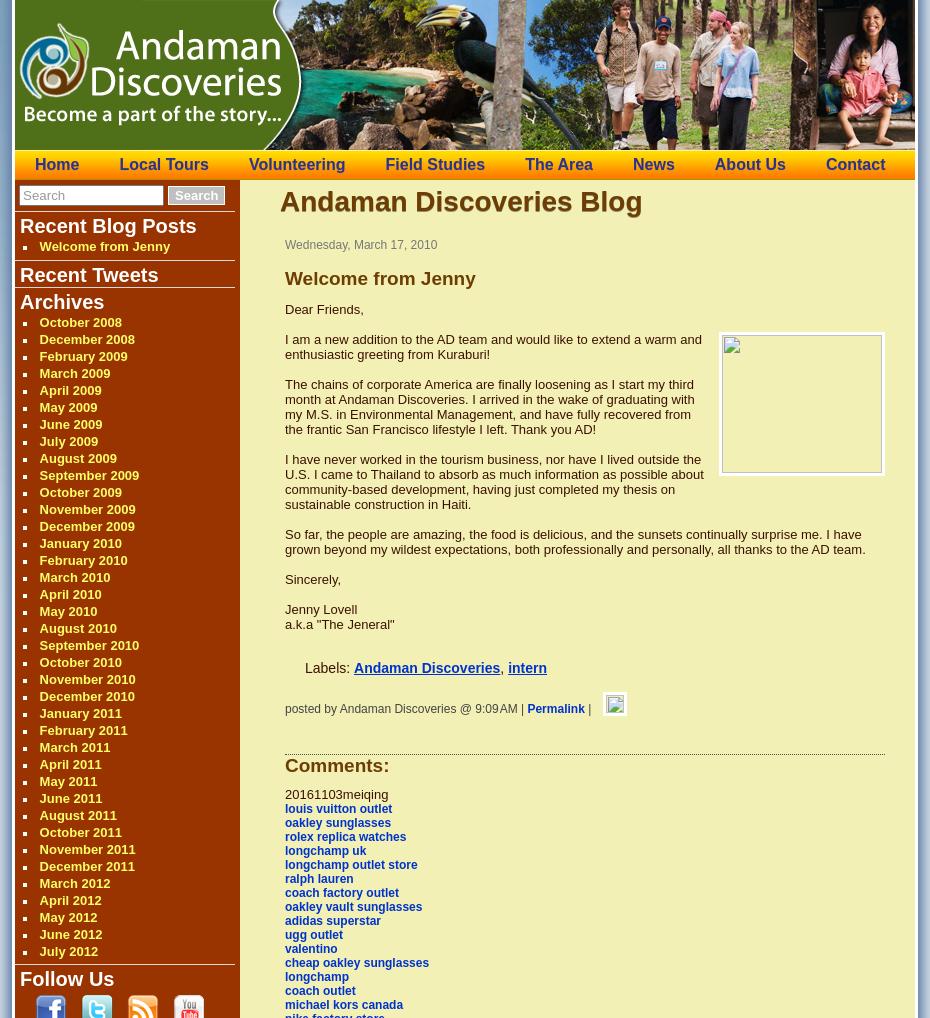 This screenshot has height=1018, width=930. What do you see at coordinates (18, 302) in the screenshot?
I see `'Archives'` at bounding box center [18, 302].